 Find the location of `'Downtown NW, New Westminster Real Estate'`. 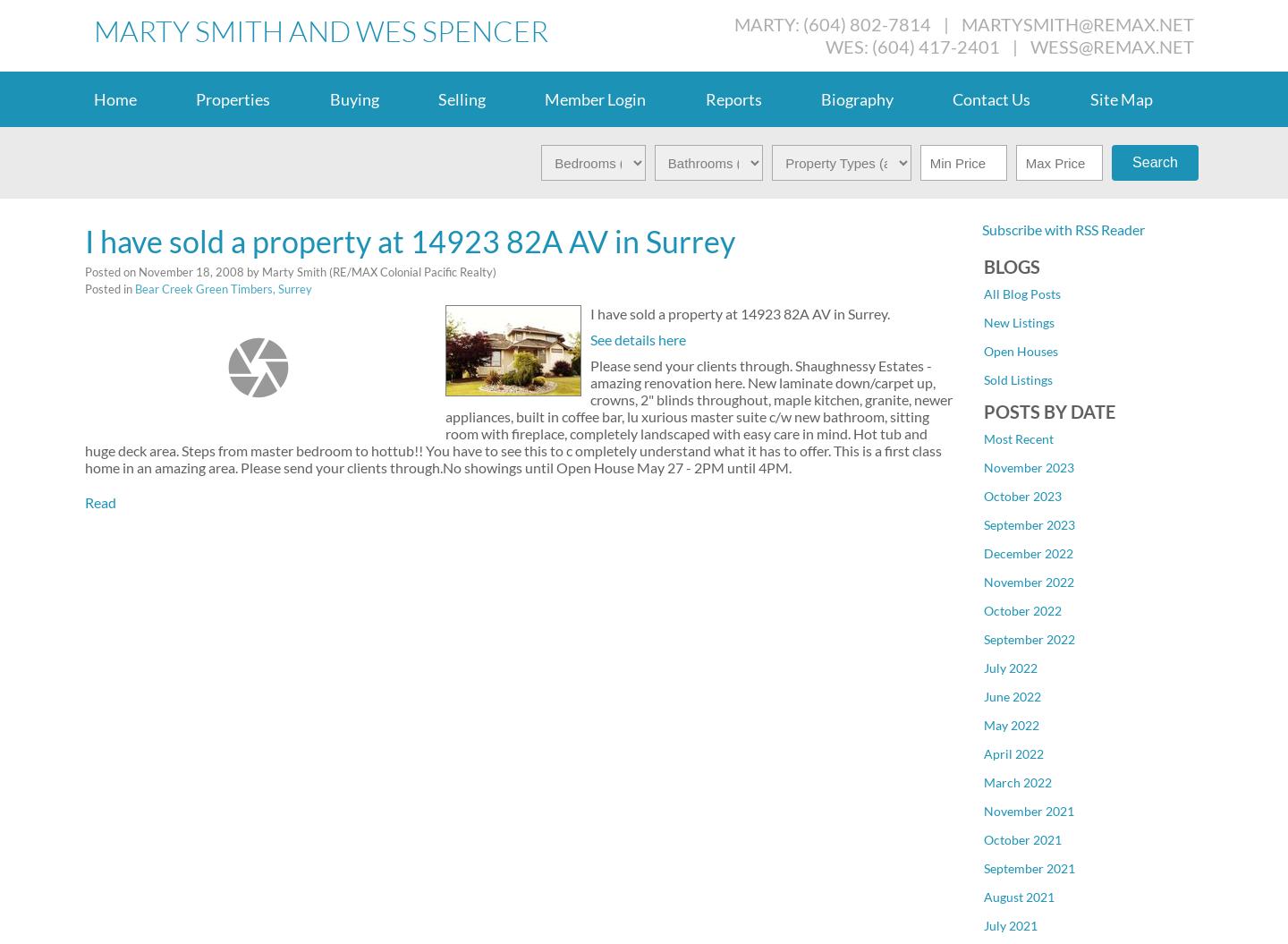

'Downtown NW, New Westminster Real Estate' is located at coordinates (1079, 328).